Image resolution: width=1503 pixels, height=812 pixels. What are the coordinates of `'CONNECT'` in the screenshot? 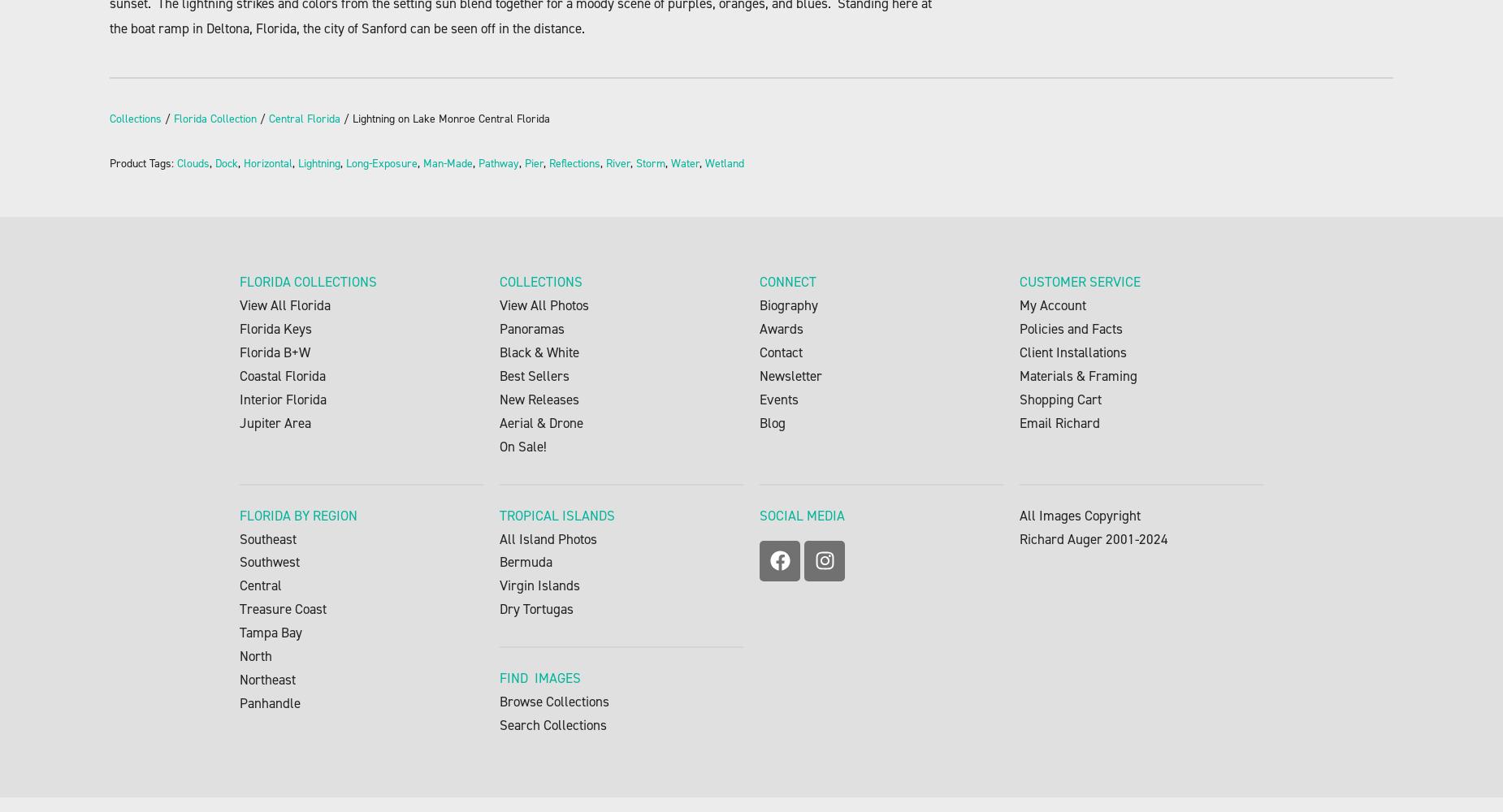 It's located at (786, 281).